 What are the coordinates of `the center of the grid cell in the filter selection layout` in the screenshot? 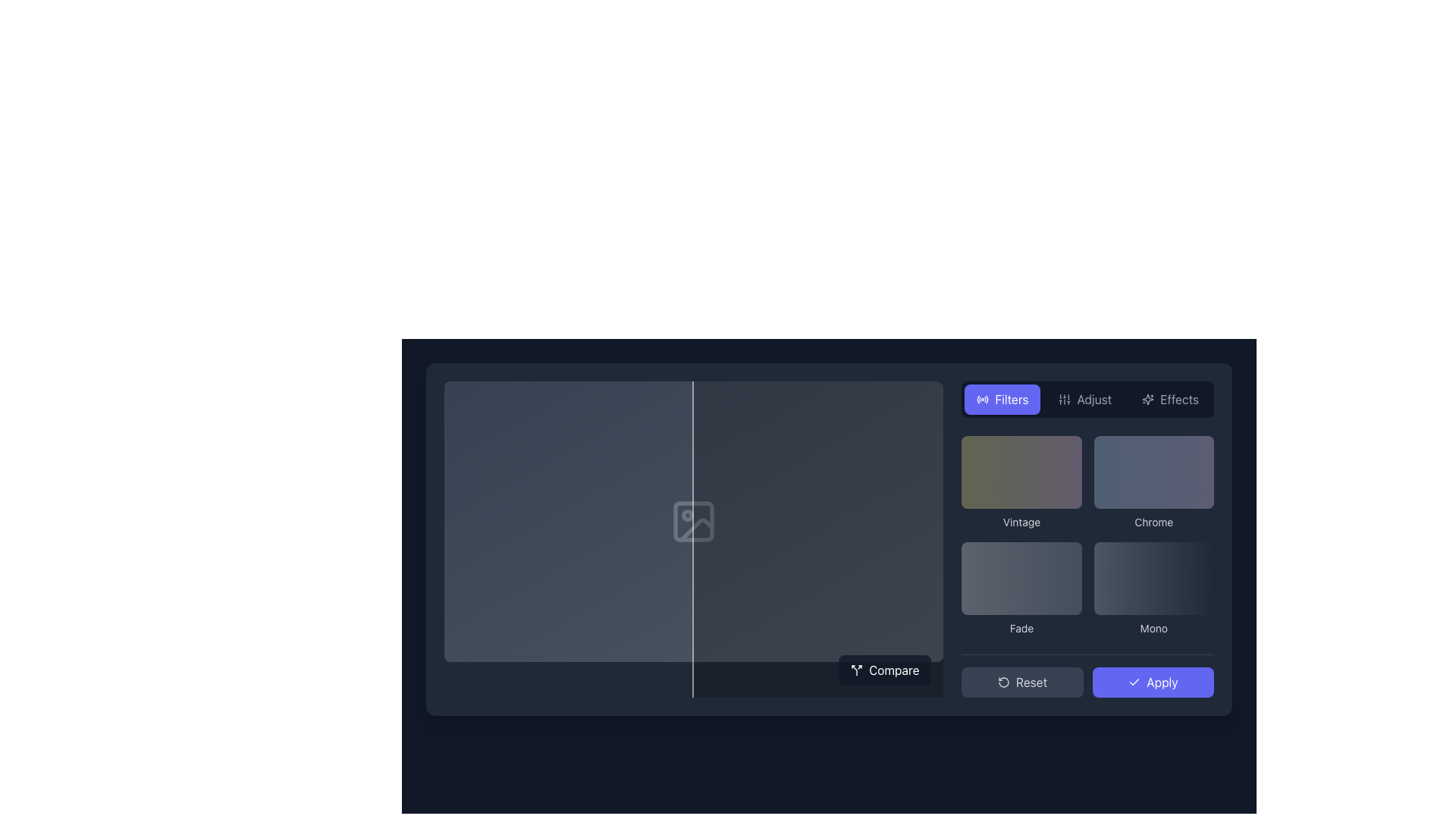 It's located at (1087, 535).